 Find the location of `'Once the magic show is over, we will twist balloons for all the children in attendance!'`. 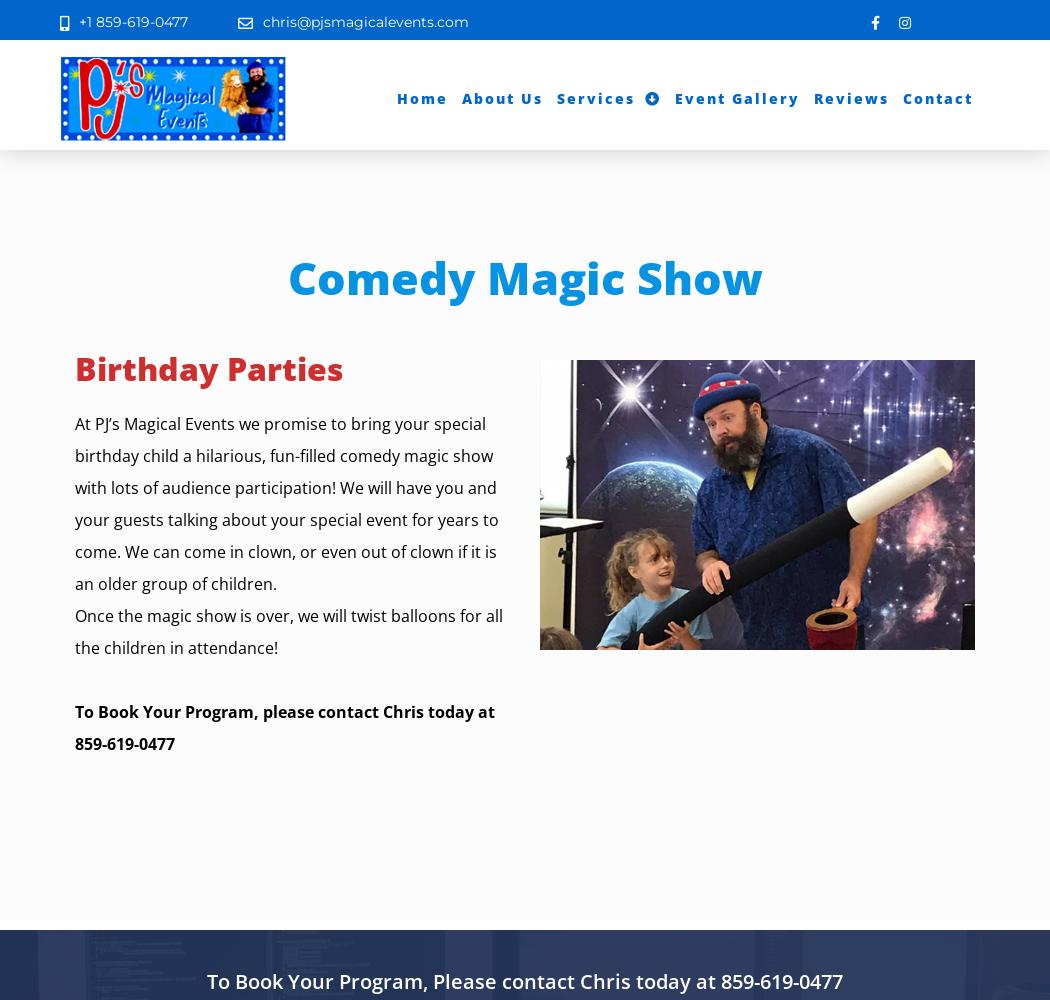

'Once the magic show is over, we will twist balloons for all the children in attendance!' is located at coordinates (287, 632).